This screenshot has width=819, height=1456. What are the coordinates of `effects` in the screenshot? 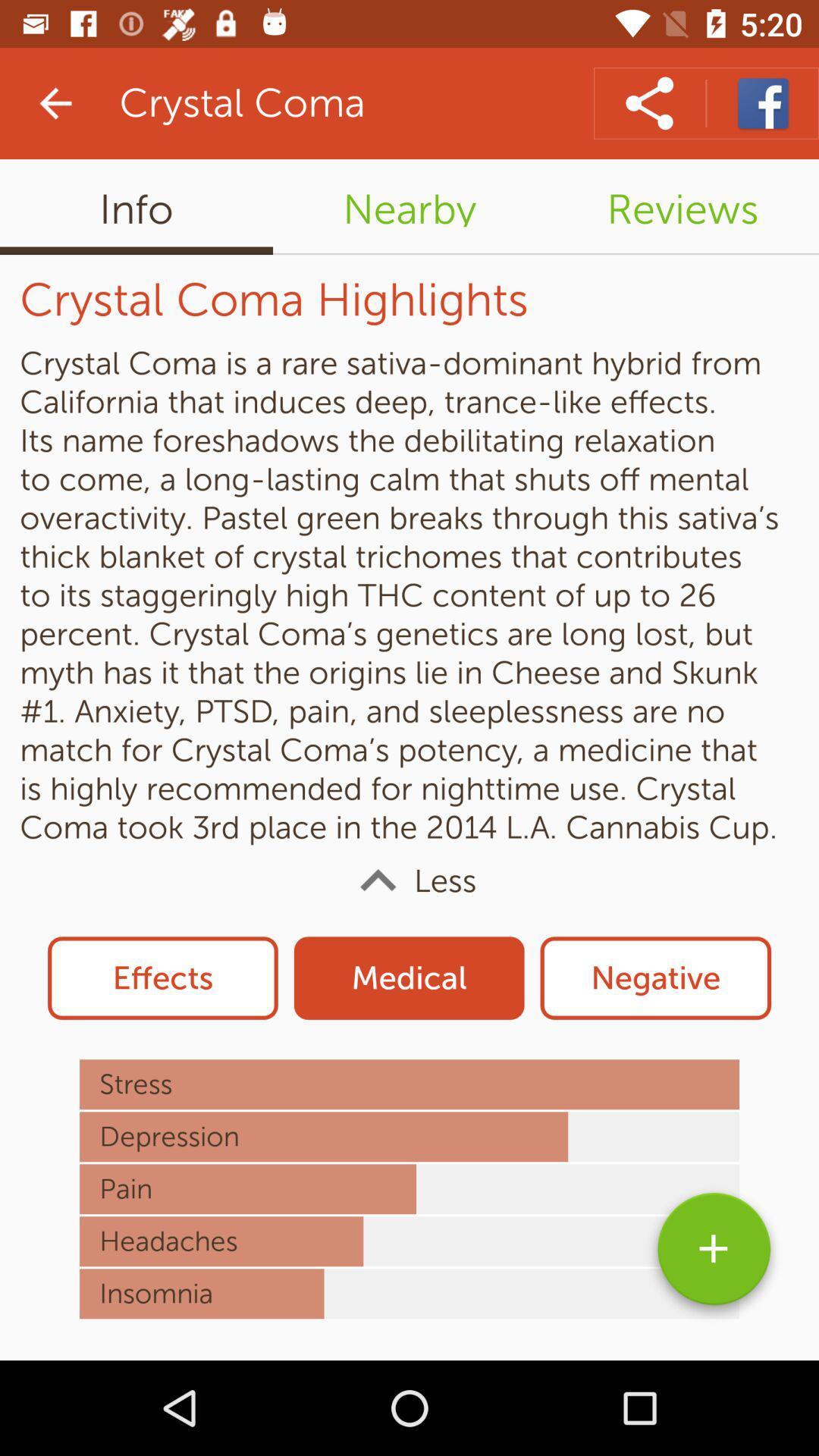 It's located at (163, 978).